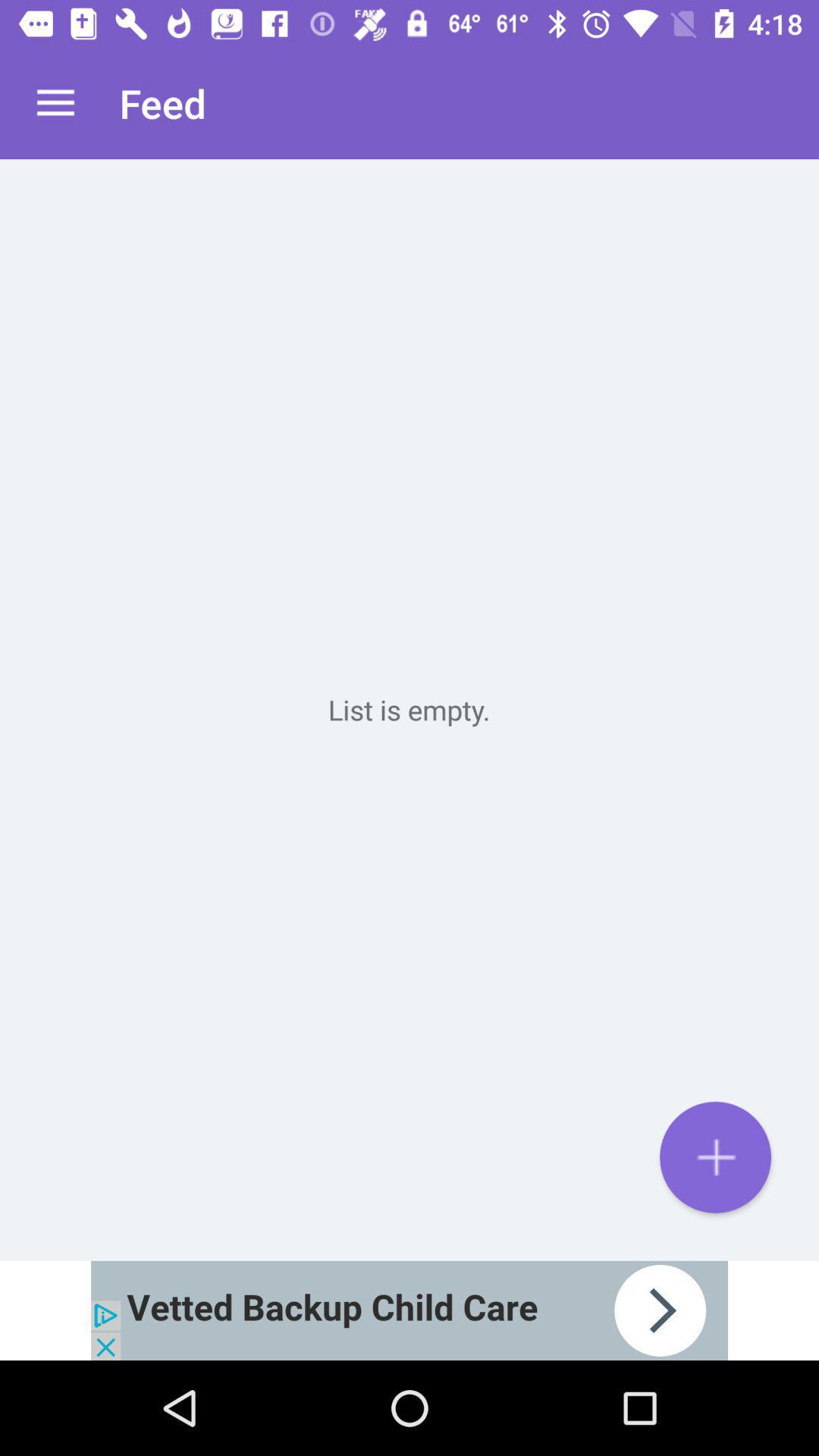 Image resolution: width=819 pixels, height=1456 pixels. I want to click on open app, so click(409, 1310).